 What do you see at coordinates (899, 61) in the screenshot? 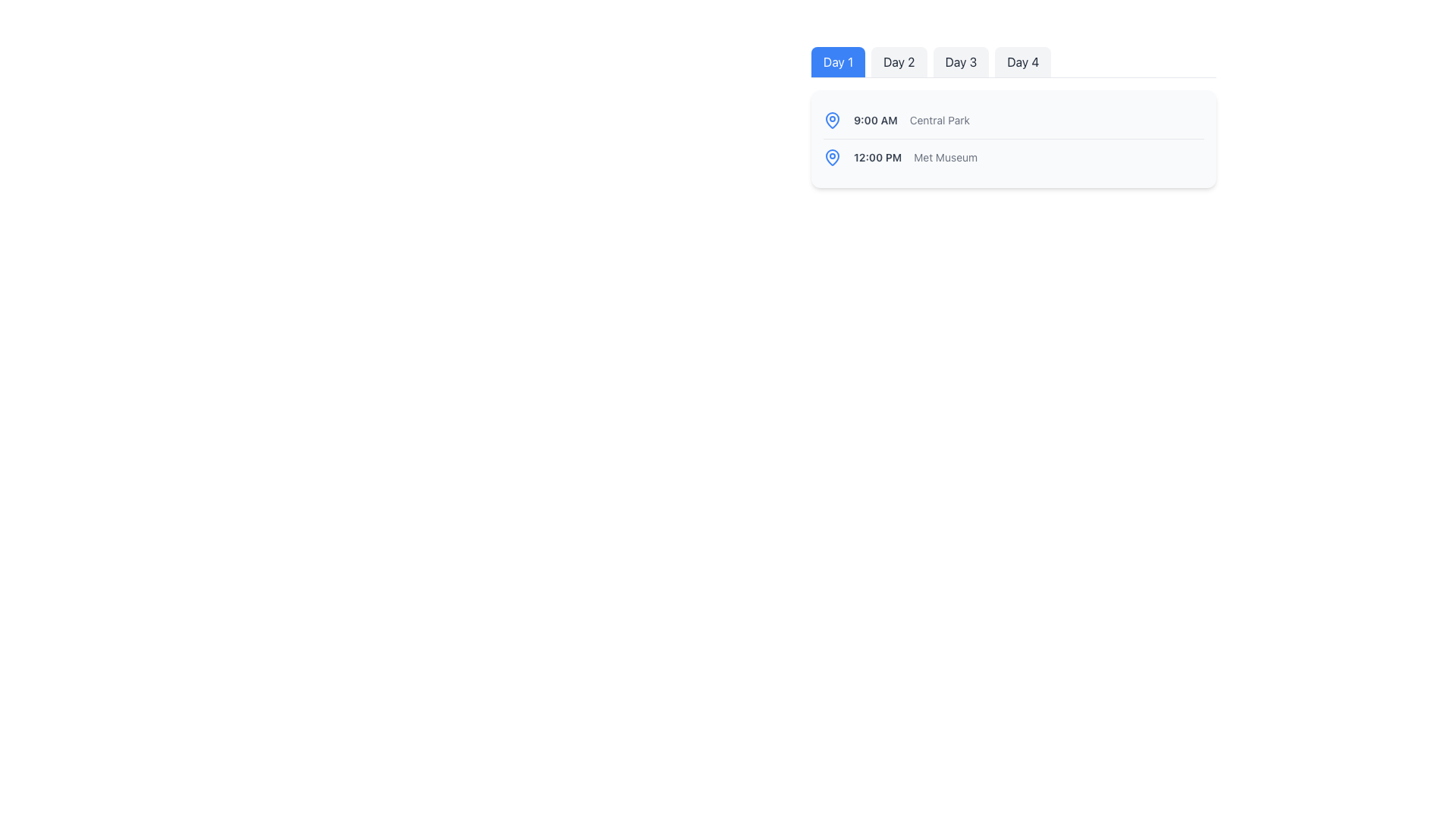
I see `the 'Day 2' tab, which is a rounded rectangular button with a light gray background and dark gray text, located in the top section of the interface` at bounding box center [899, 61].